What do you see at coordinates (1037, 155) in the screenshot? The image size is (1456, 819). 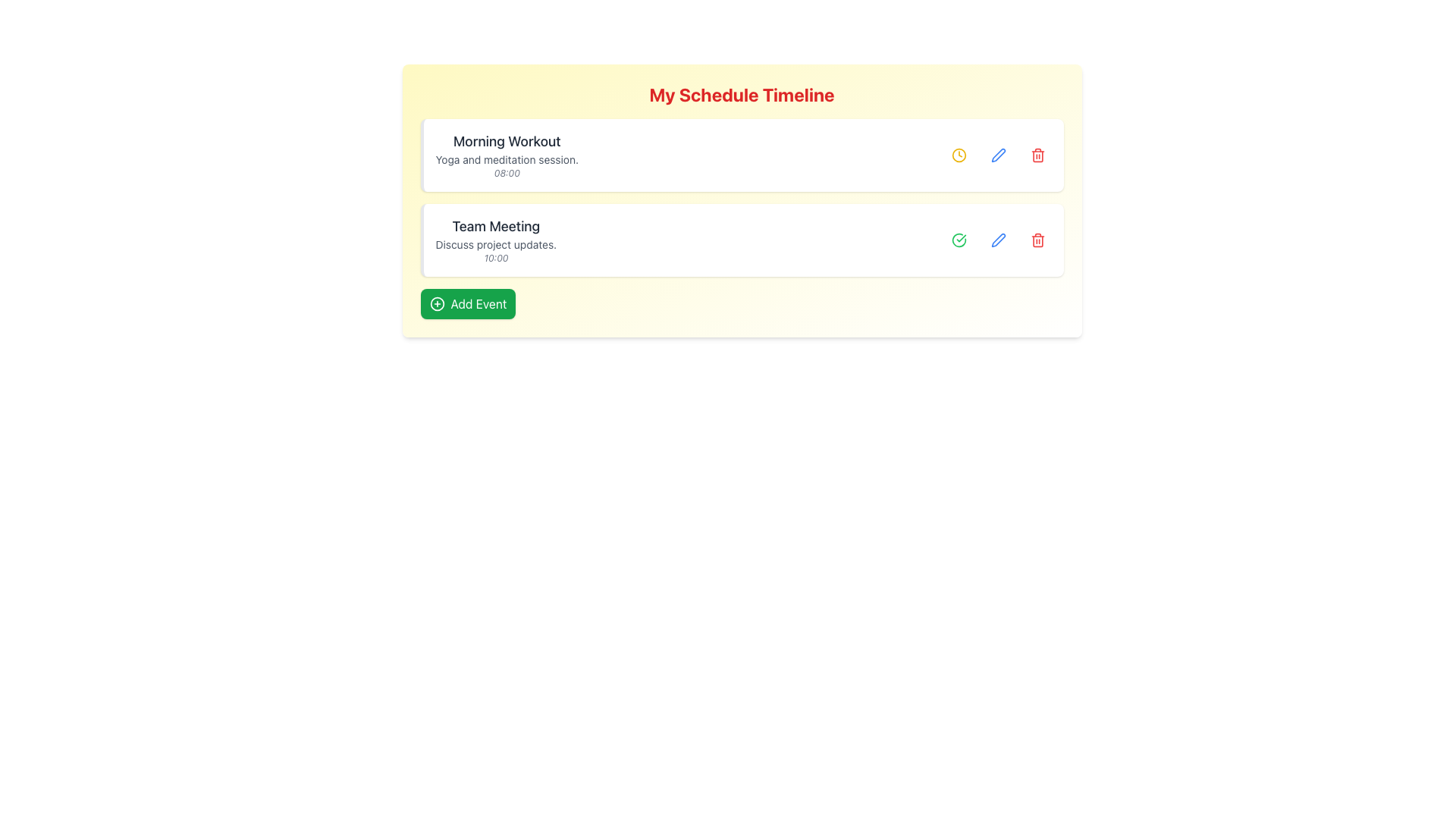 I see `the delete icon button for the 'Morning Workout' entry` at bounding box center [1037, 155].